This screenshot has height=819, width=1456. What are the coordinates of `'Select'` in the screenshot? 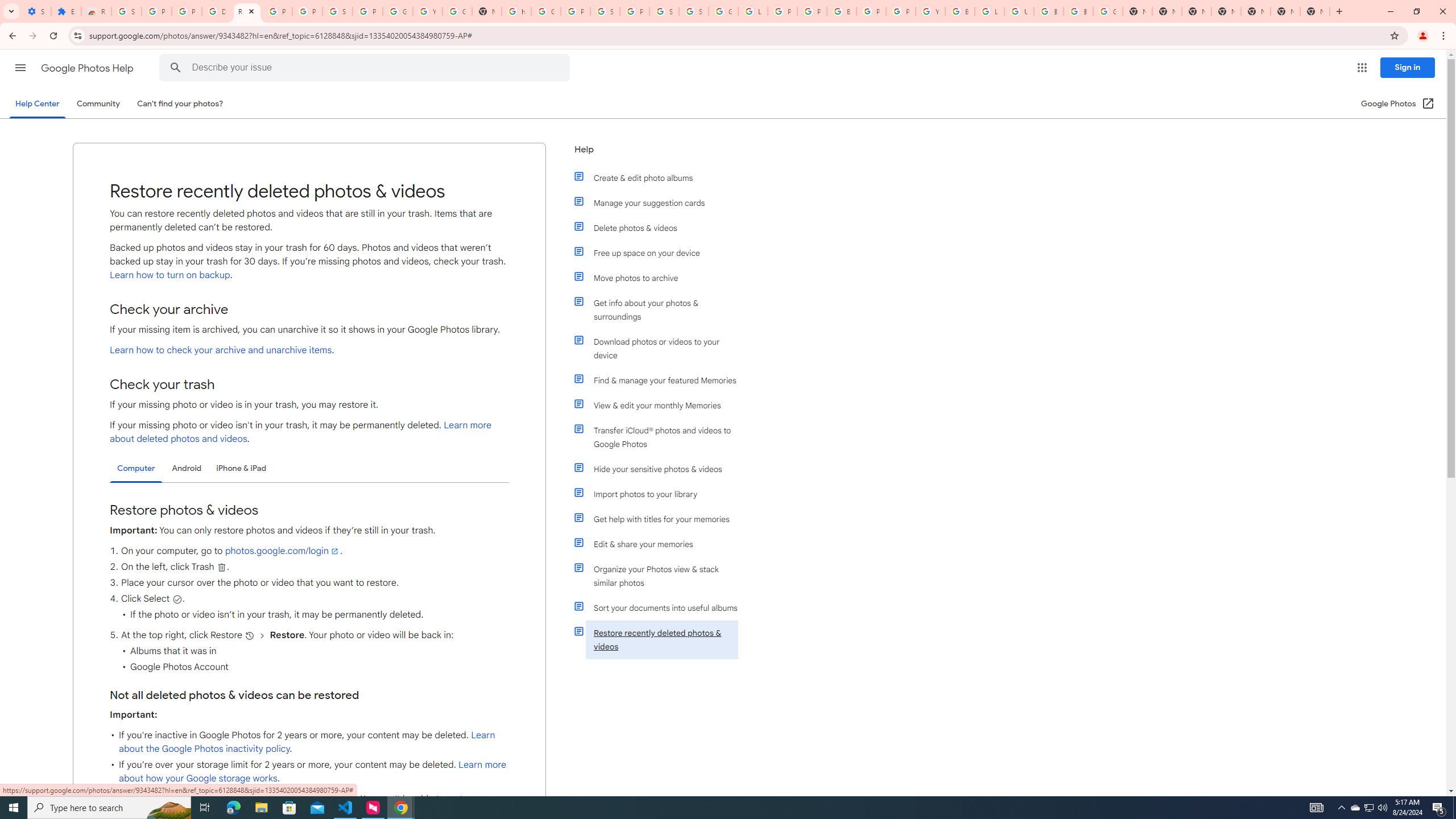 It's located at (176, 599).